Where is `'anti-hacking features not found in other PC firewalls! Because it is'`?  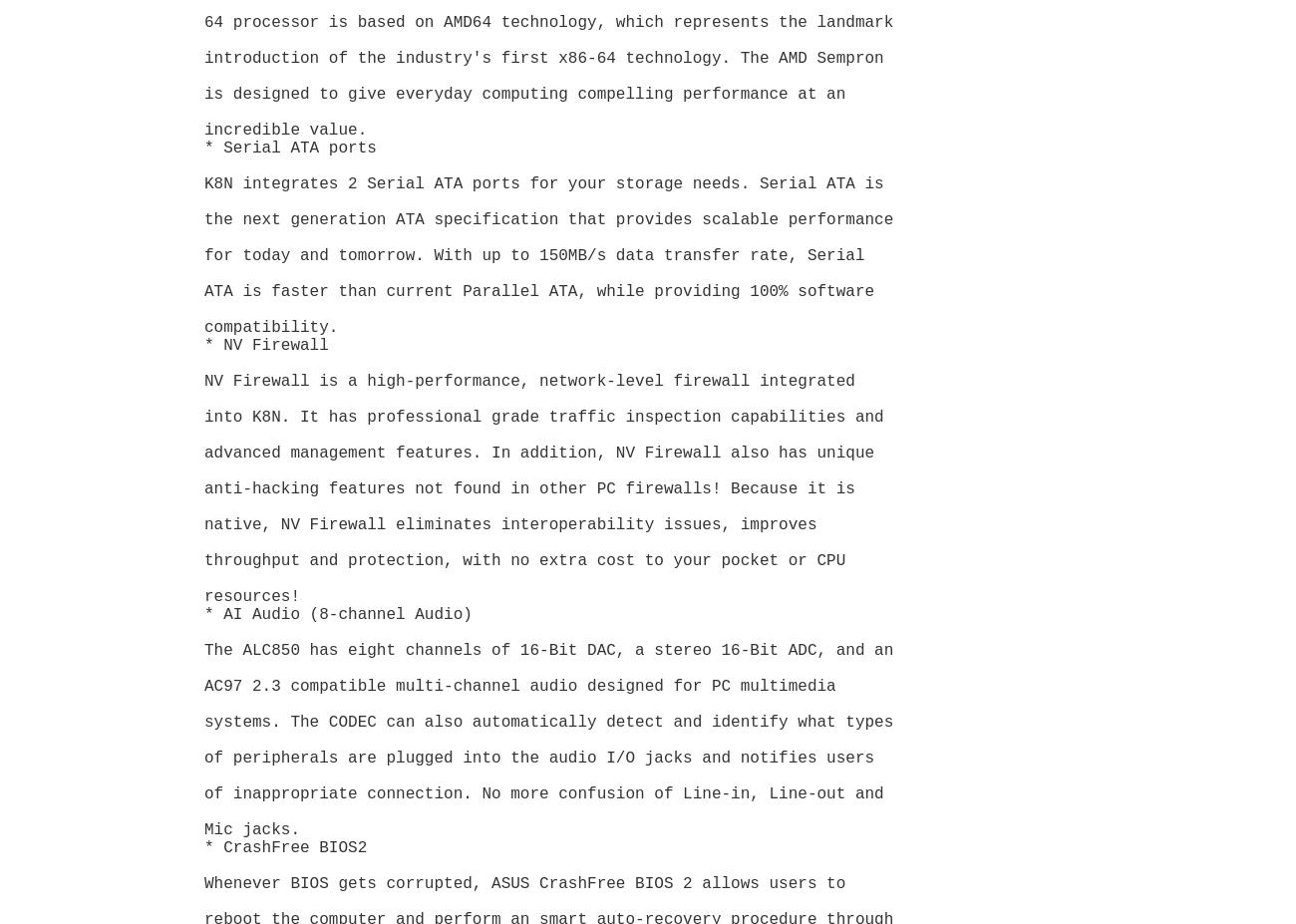
'anti-hacking features not found in other PC firewalls! Because it is' is located at coordinates (533, 489).